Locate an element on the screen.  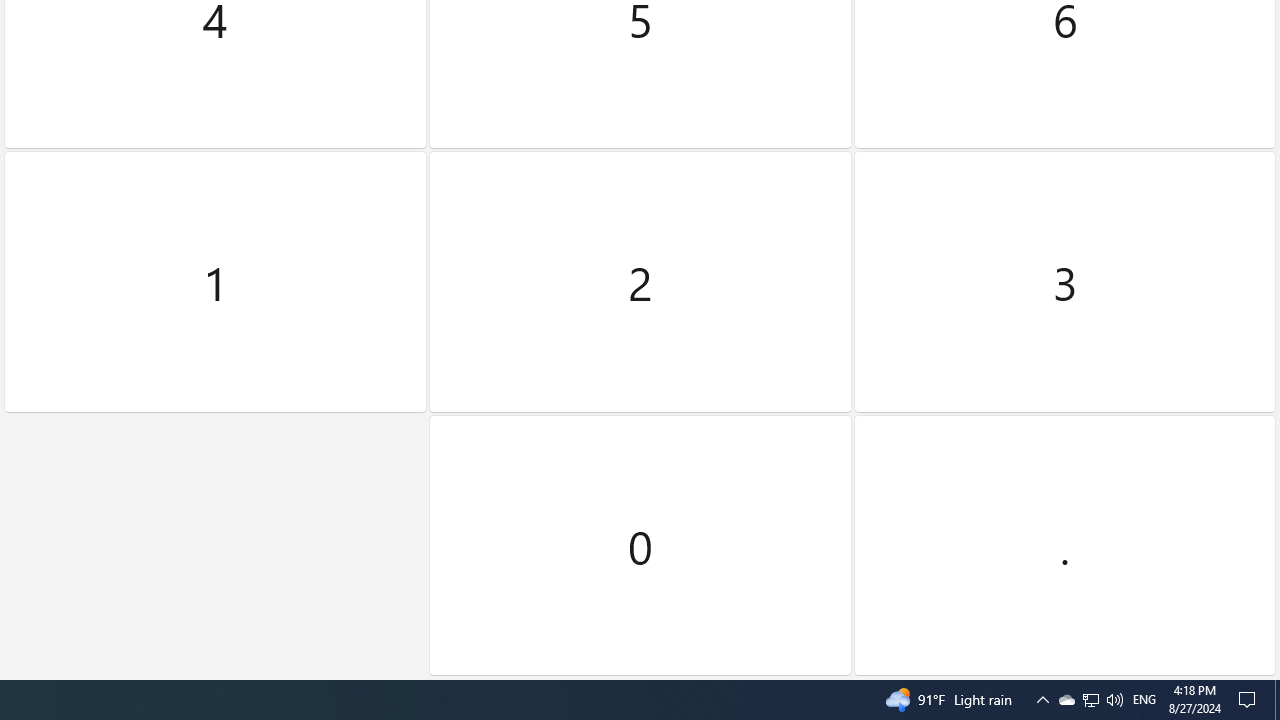
'Three' is located at coordinates (1063, 282).